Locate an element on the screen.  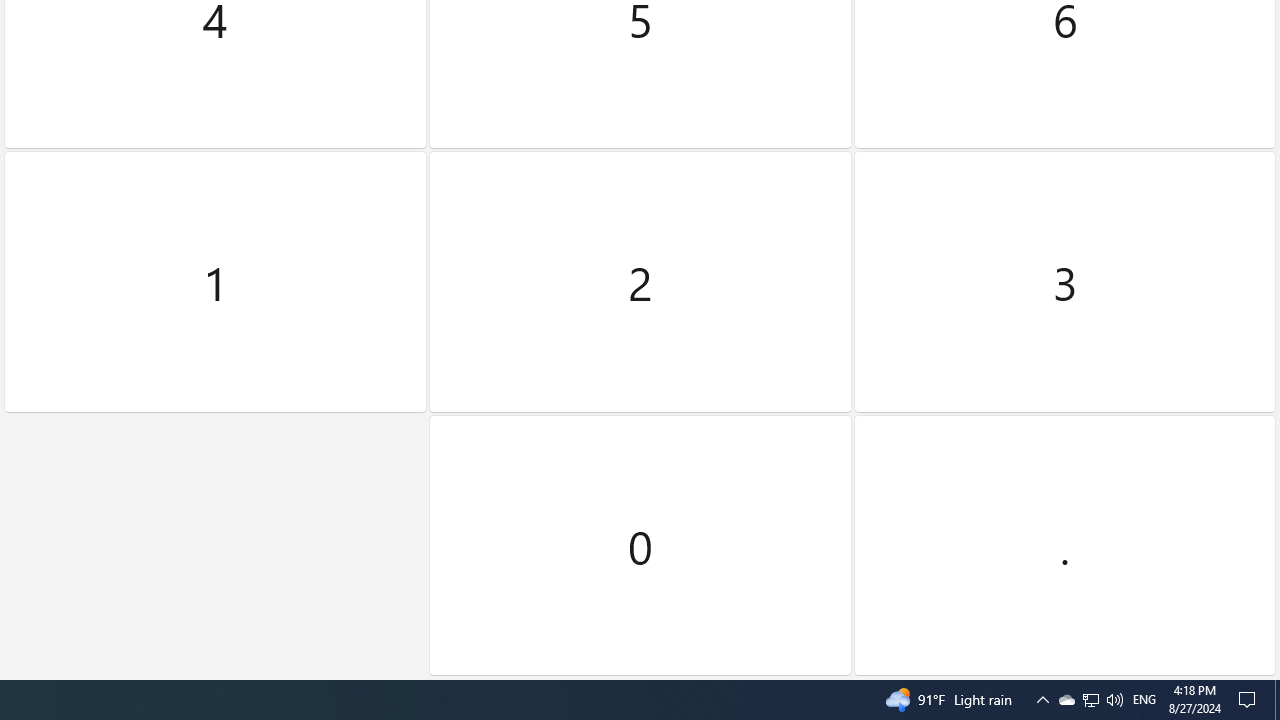
'Three' is located at coordinates (1063, 282).